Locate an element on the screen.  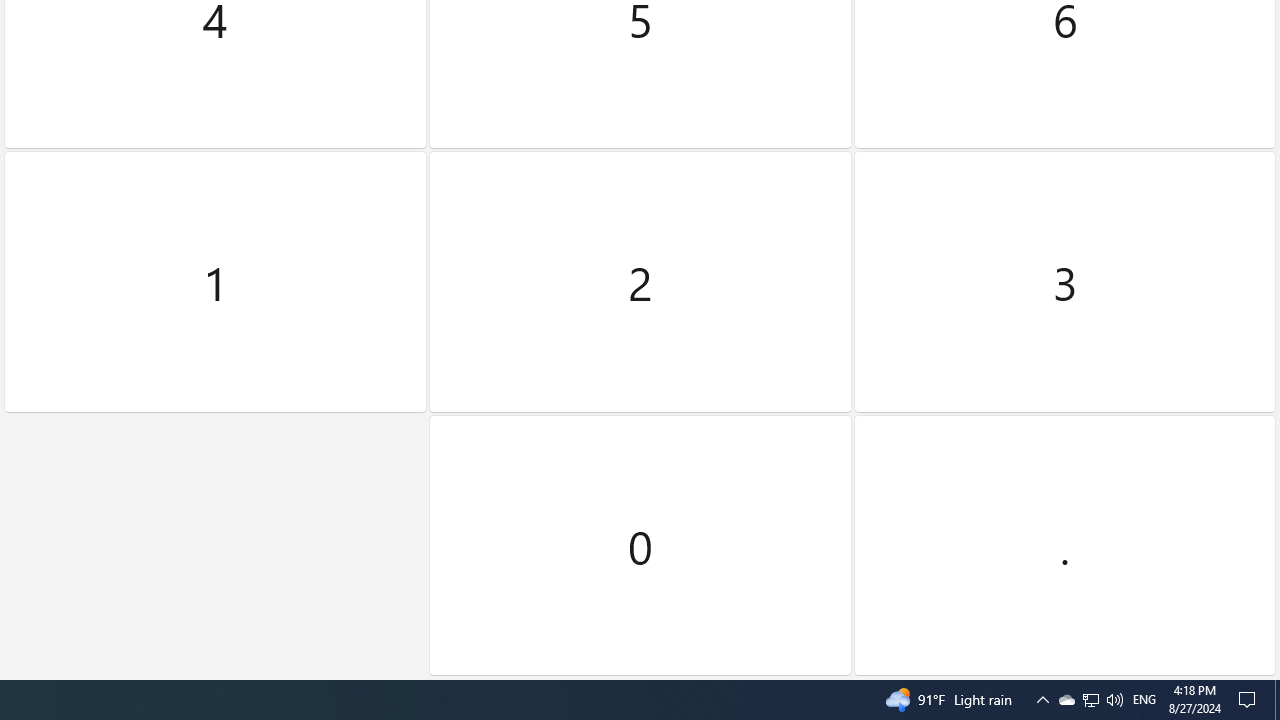
'Three' is located at coordinates (1063, 282).